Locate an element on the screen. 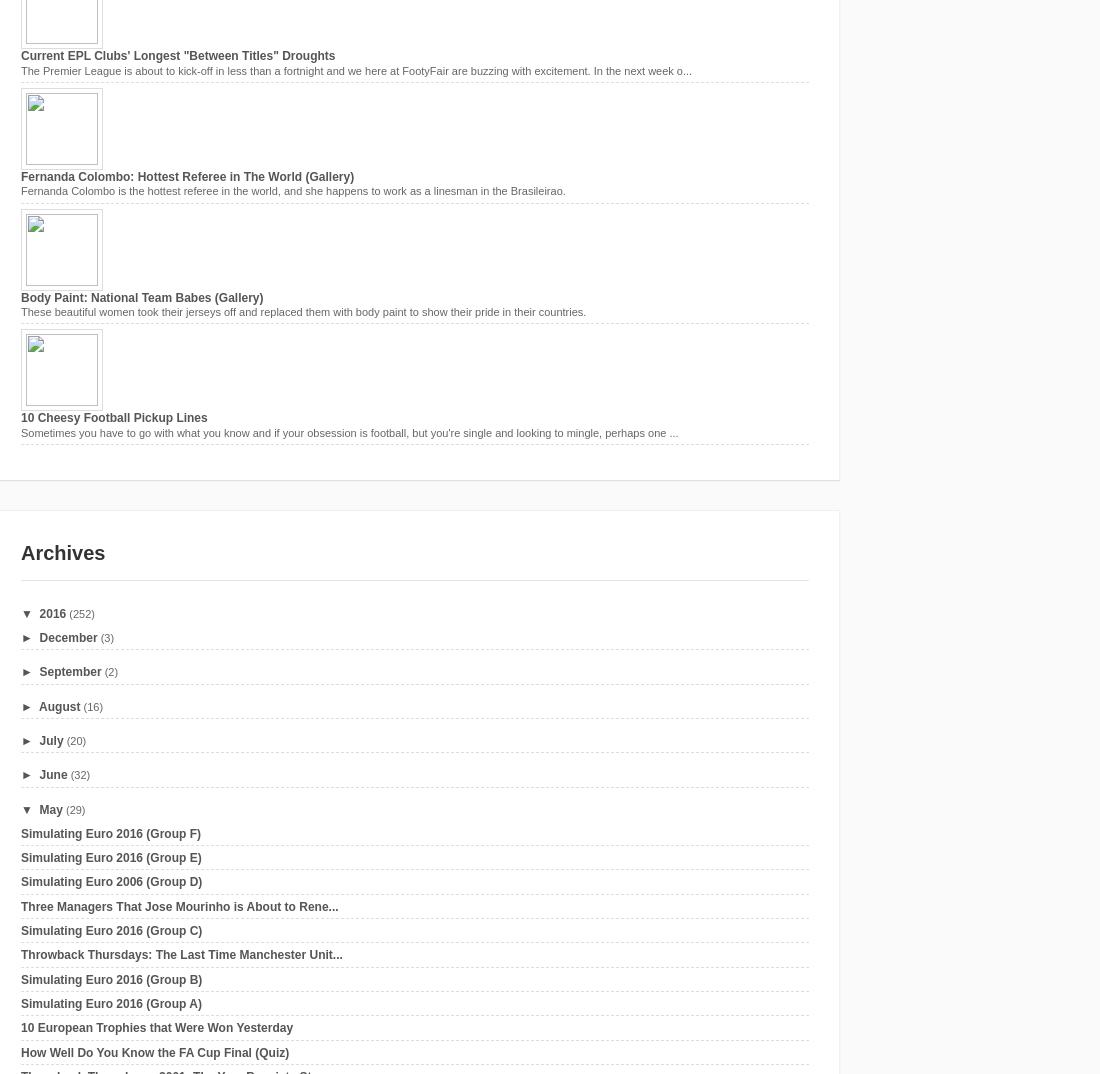 This screenshot has height=1074, width=1100. 'Body Paint: National Team Babes (Gallery)' is located at coordinates (141, 296).